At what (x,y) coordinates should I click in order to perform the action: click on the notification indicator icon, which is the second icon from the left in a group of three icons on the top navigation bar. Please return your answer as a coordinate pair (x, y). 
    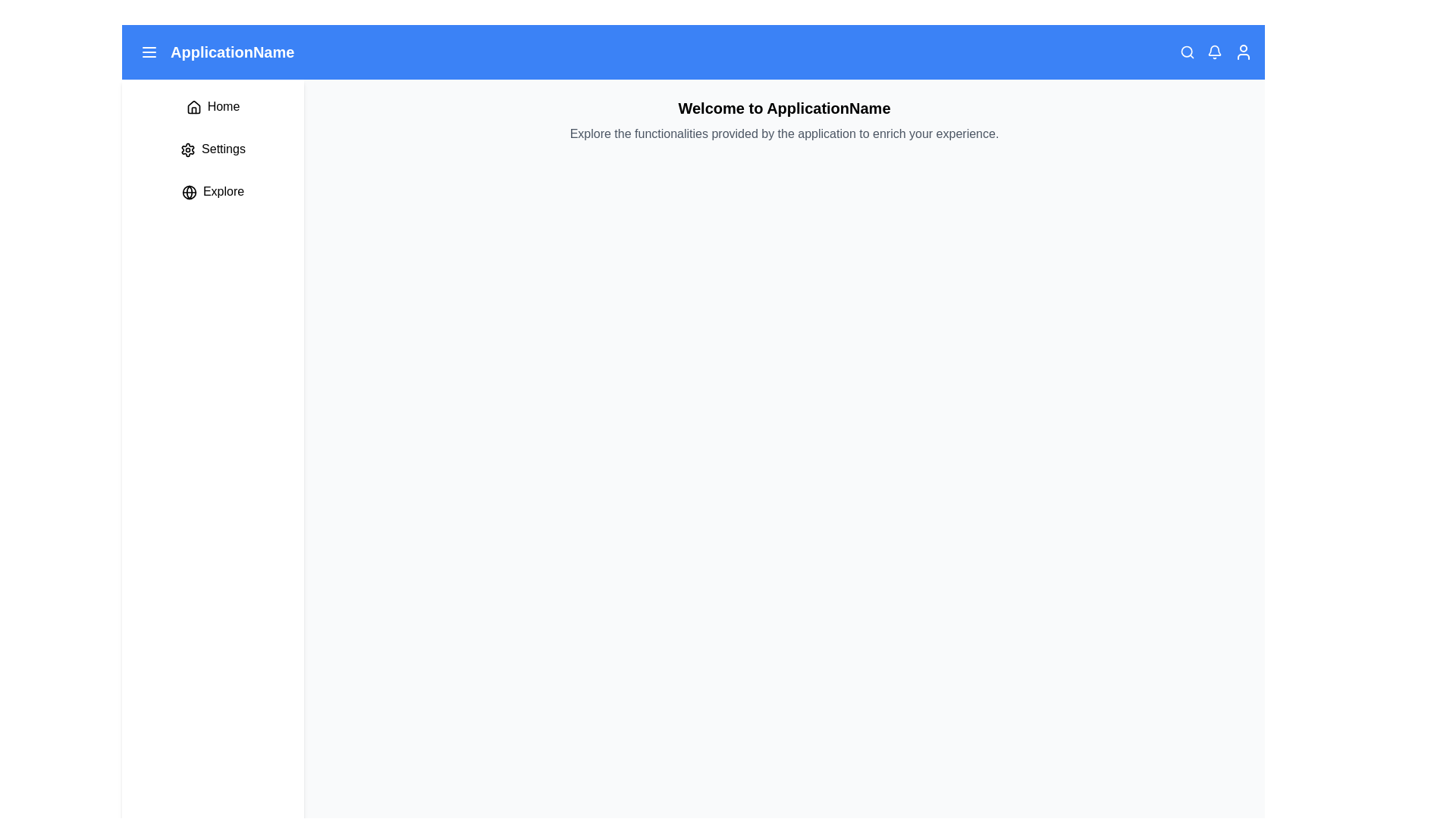
    Looking at the image, I should click on (1216, 52).